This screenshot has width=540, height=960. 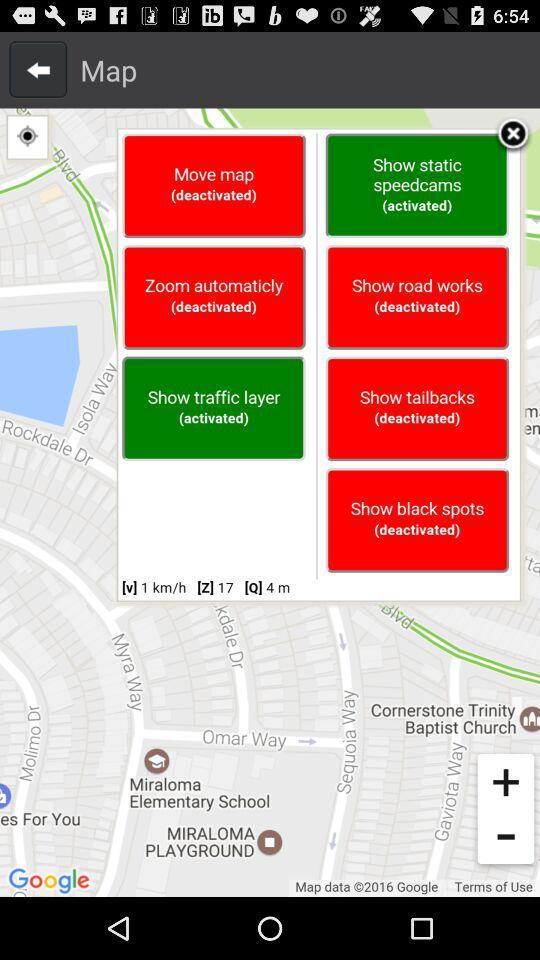 What do you see at coordinates (38, 74) in the screenshot?
I see `the arrow_backward icon` at bounding box center [38, 74].